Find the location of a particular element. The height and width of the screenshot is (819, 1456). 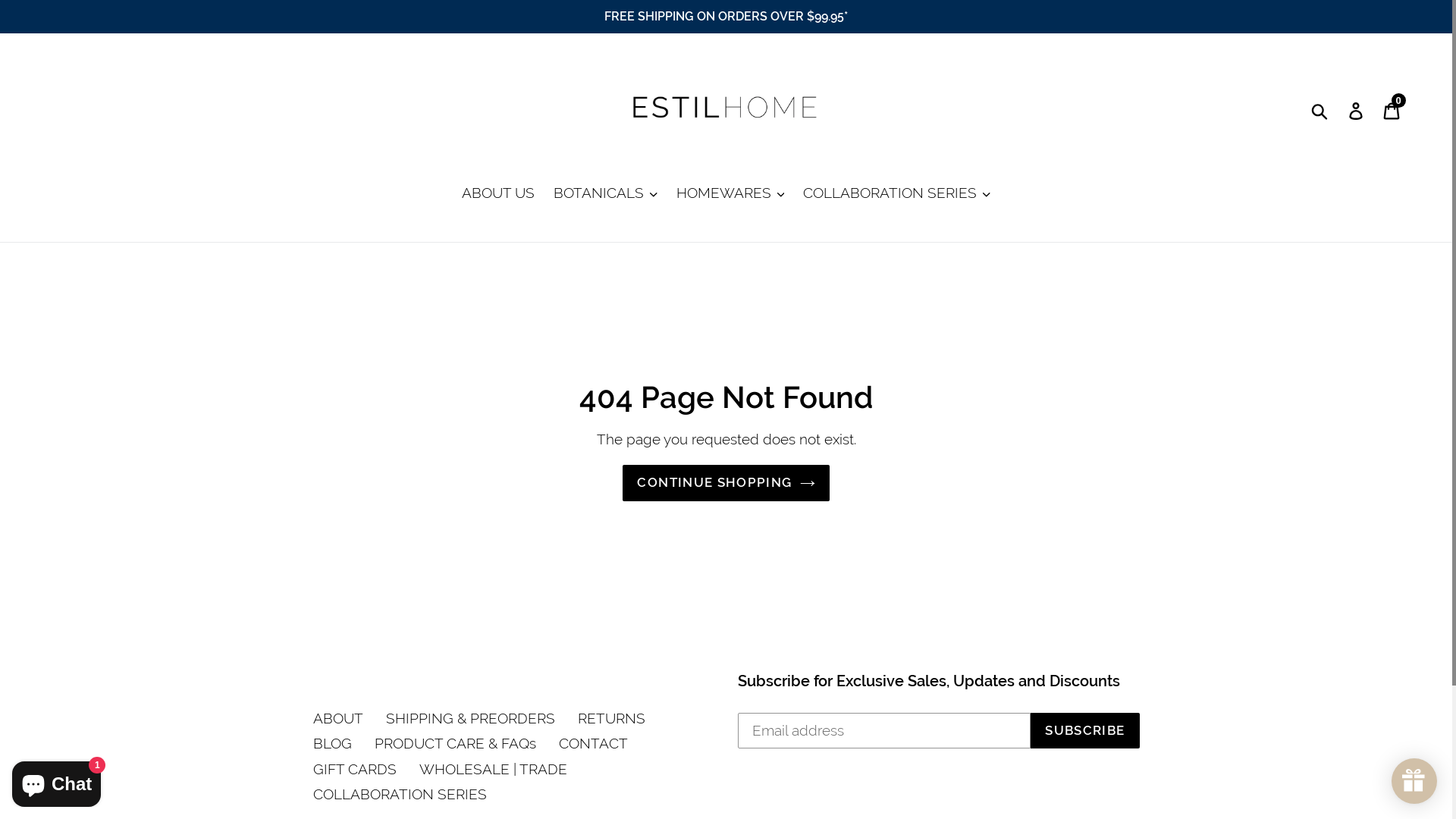

'ABOUT' is located at coordinates (337, 717).